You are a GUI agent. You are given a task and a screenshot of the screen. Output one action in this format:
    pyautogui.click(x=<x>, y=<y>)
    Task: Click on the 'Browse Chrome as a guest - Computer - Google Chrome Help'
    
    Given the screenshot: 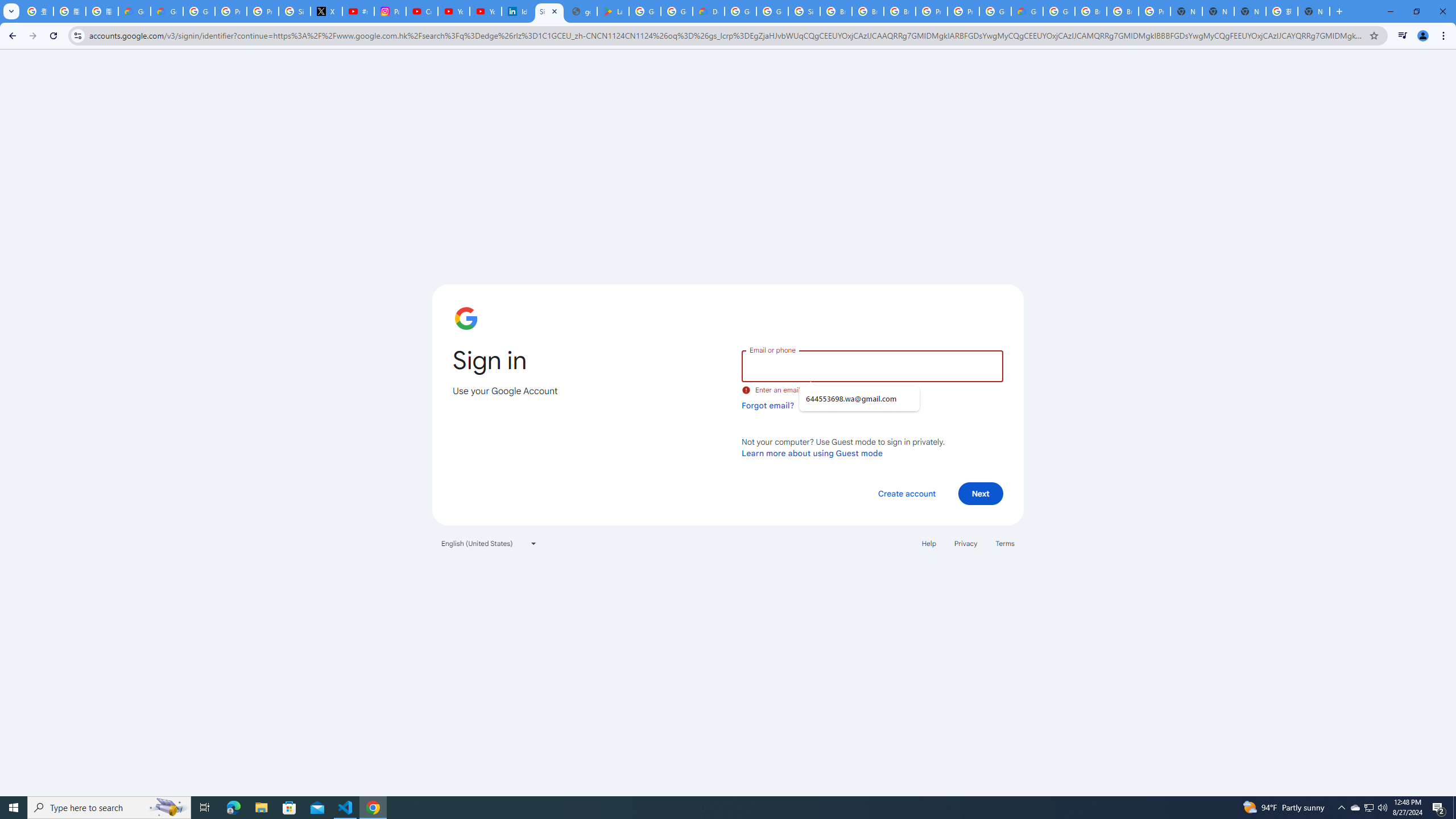 What is the action you would take?
    pyautogui.click(x=1090, y=11)
    